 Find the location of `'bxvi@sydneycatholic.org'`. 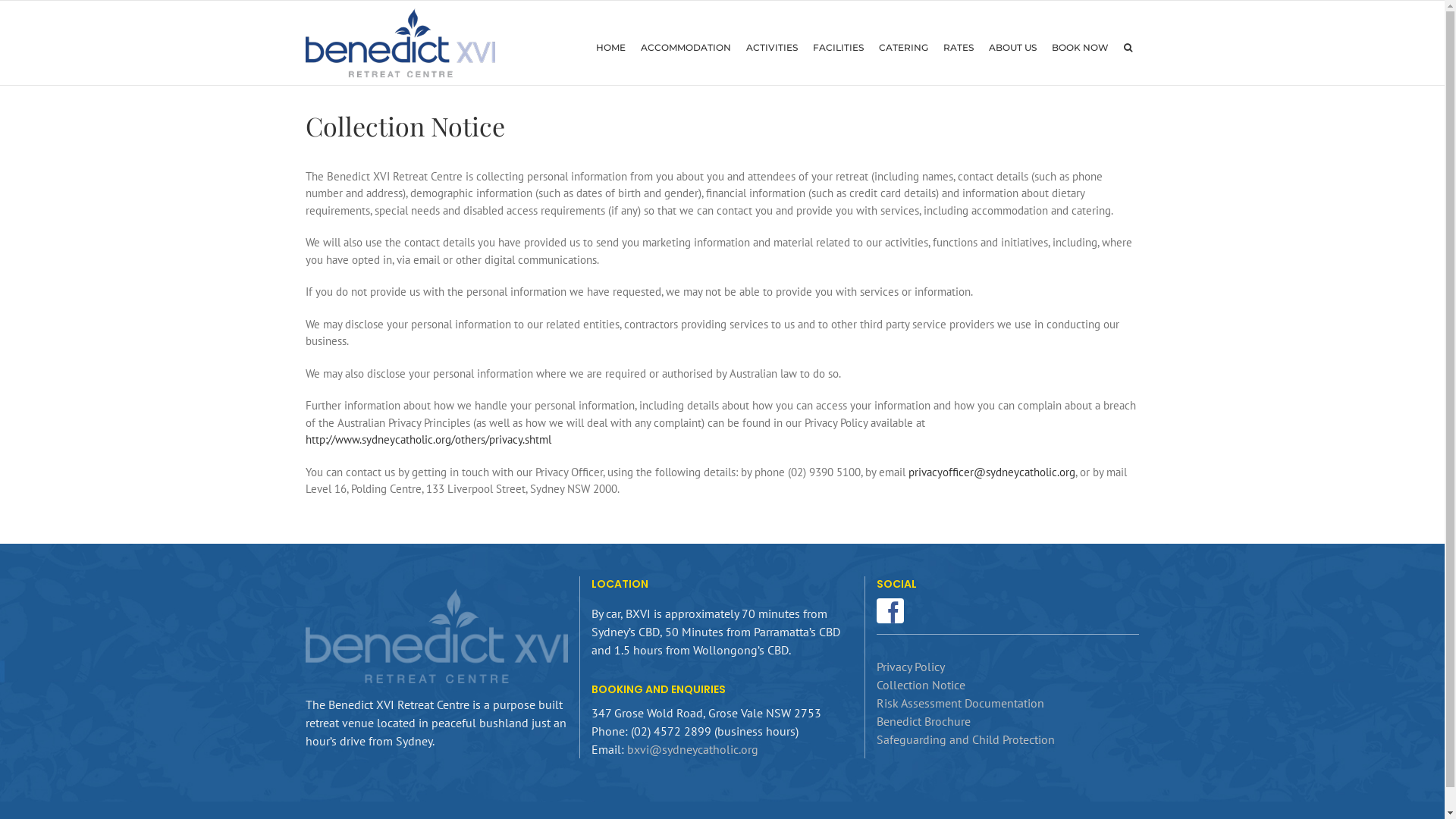

'bxvi@sydneycatholic.org' is located at coordinates (692, 748).